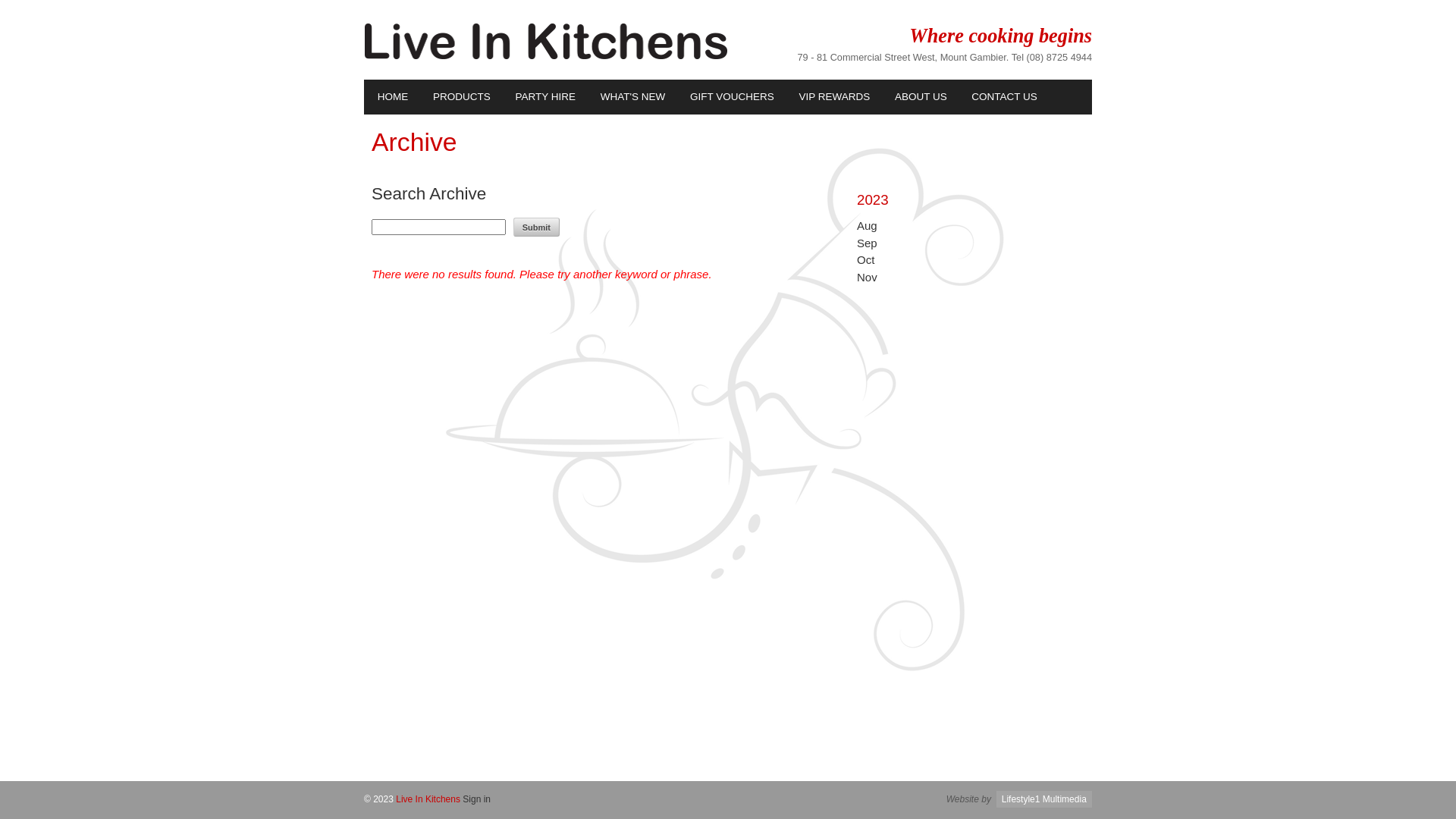 This screenshot has width=1456, height=819. I want to click on 'Aug', so click(867, 225).